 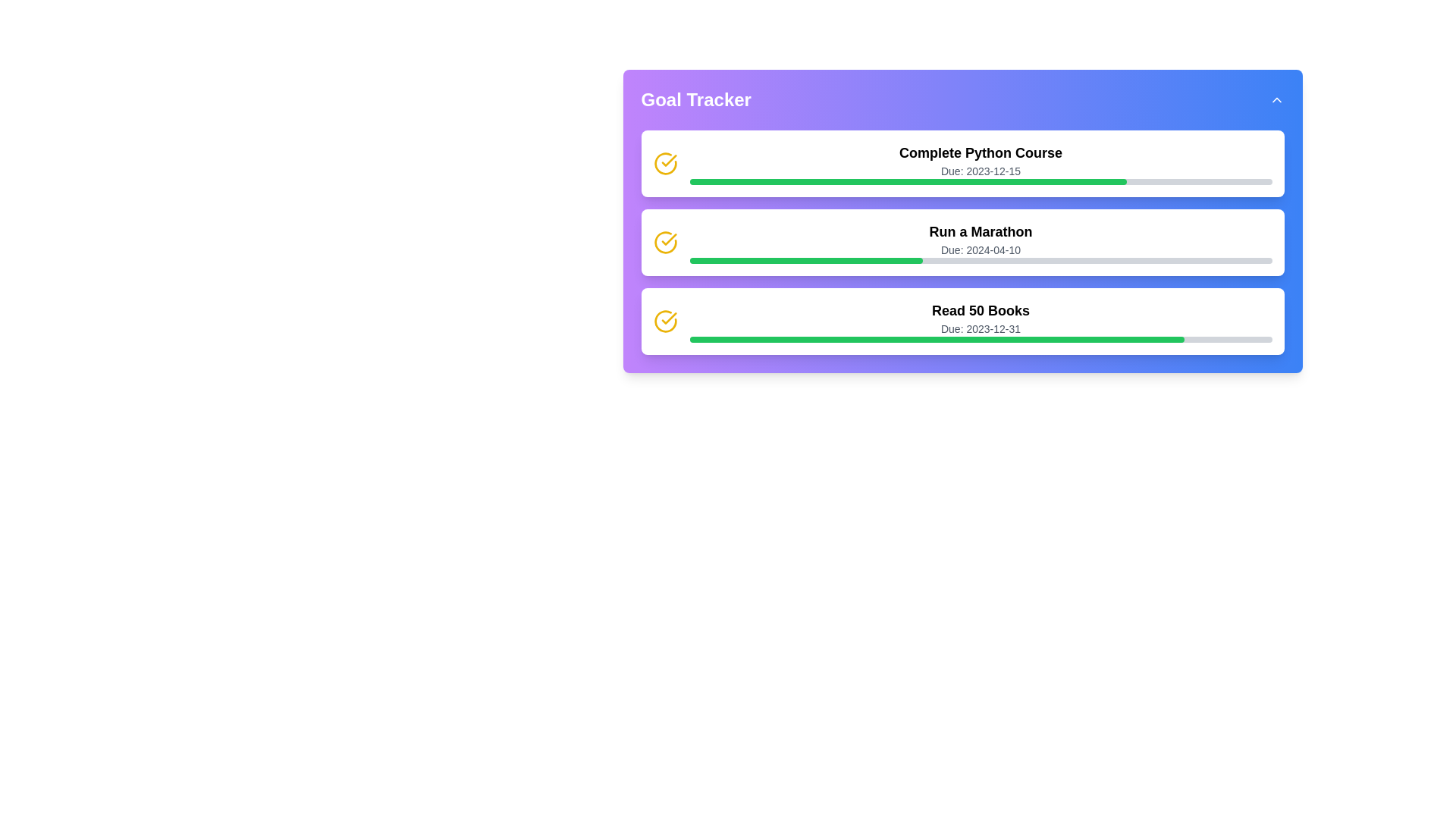 I want to click on the text label 'Read 50 Books' which is displayed in bold and indicates the title of a goal in the goal tracker interface, so click(x=981, y=309).